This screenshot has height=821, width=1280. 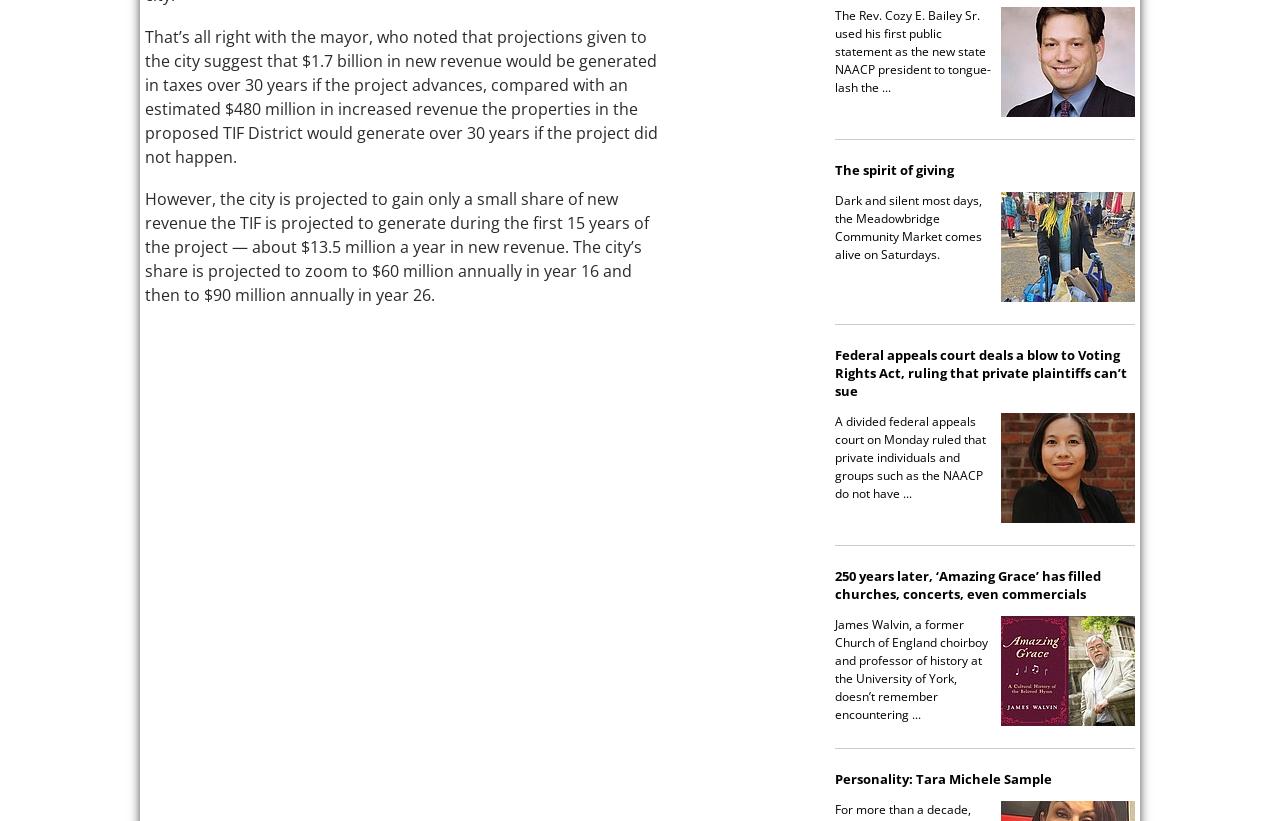 What do you see at coordinates (907, 225) in the screenshot?
I see `'Dark and silent most days, the Meadowbridge Community Market comes alive on Saturdays.'` at bounding box center [907, 225].